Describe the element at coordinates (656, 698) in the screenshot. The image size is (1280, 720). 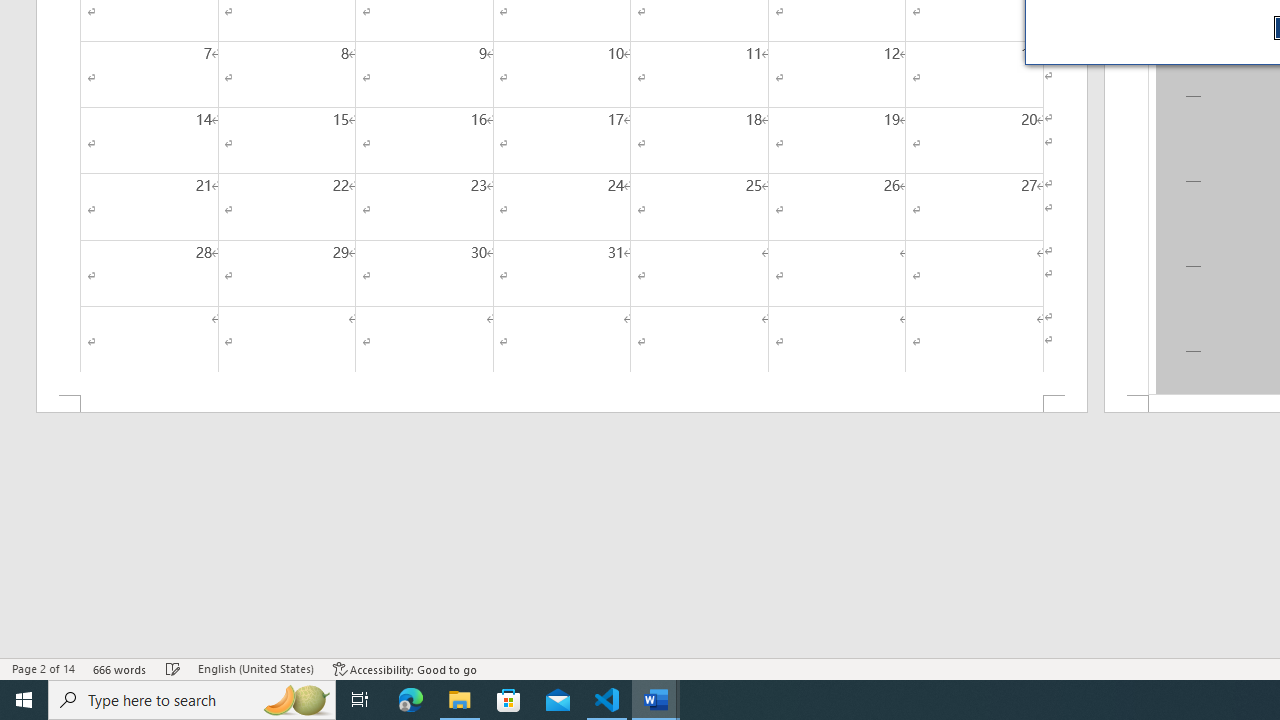
I see `'Word - 2 running windows'` at that location.